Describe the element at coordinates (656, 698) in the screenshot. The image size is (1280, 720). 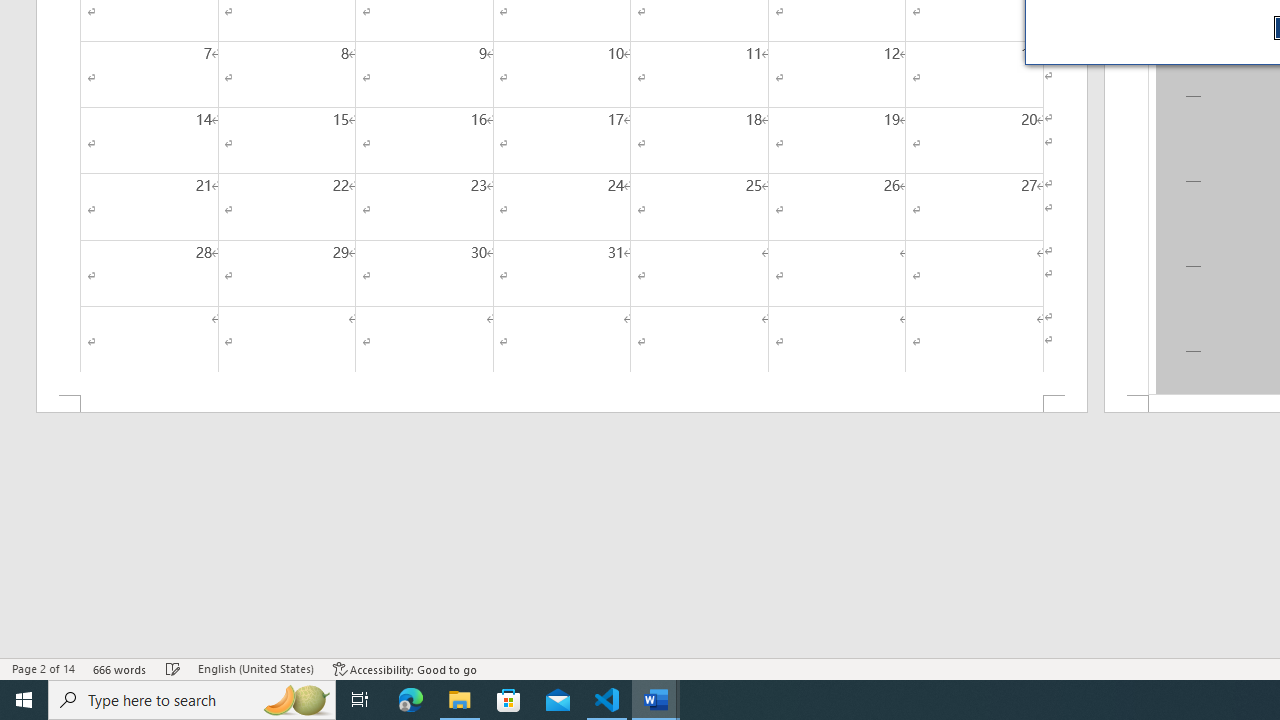
I see `'Word - 2 running windows'` at that location.